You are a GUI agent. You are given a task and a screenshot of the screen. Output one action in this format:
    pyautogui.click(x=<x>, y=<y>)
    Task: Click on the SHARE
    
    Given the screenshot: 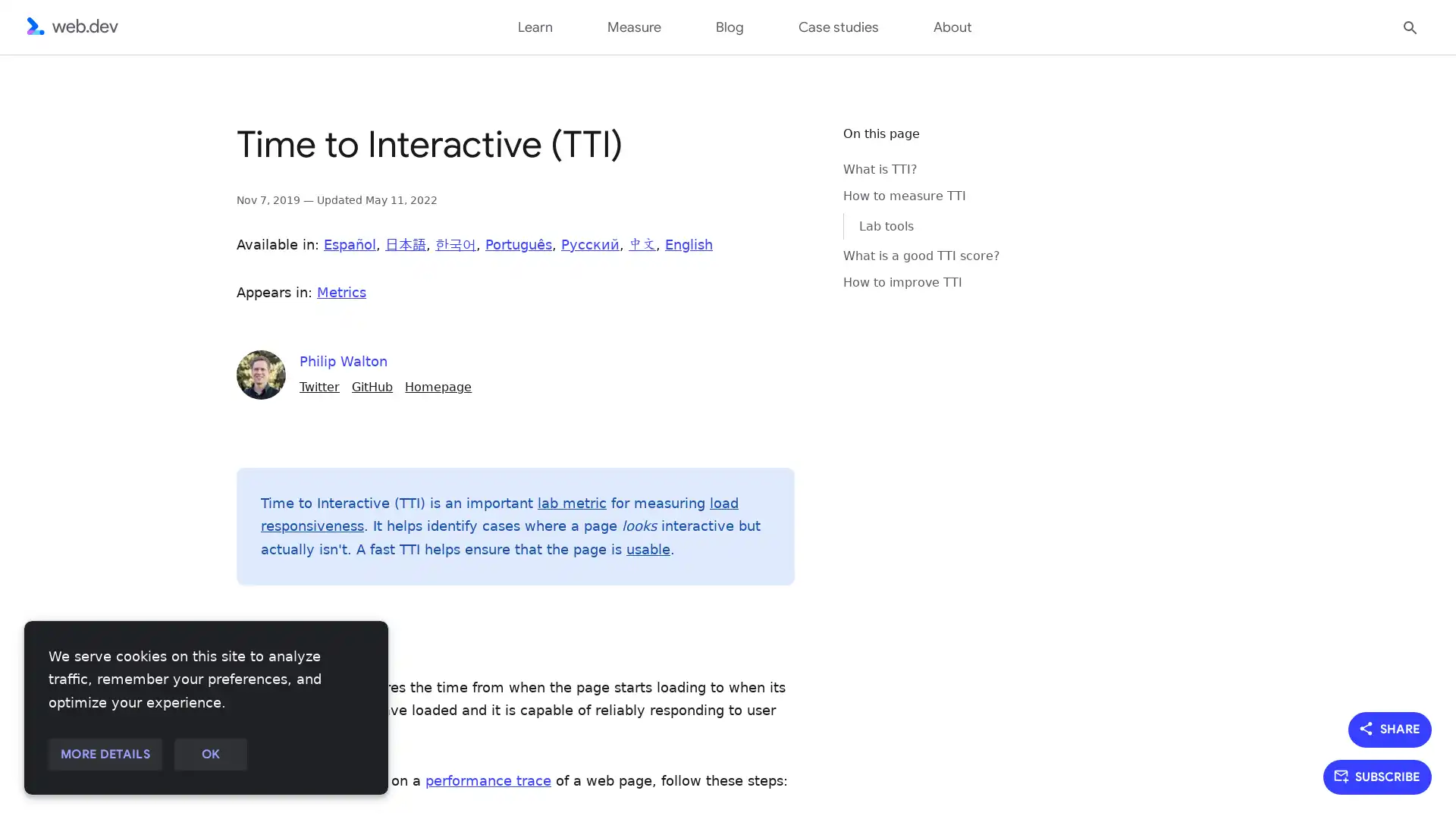 What is the action you would take?
    pyautogui.click(x=1390, y=728)
    